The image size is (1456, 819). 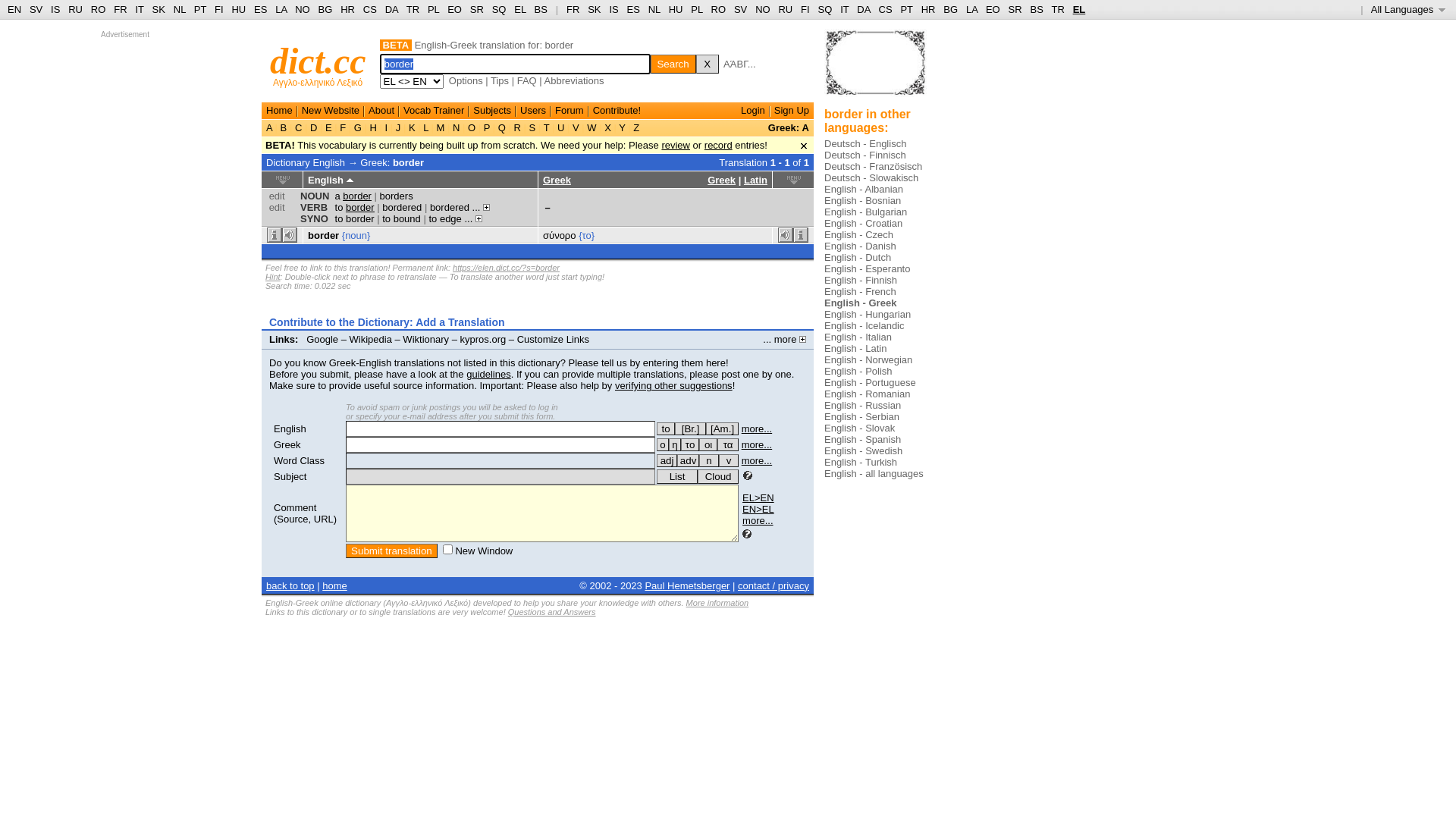 What do you see at coordinates (863, 9) in the screenshot?
I see `'DA'` at bounding box center [863, 9].